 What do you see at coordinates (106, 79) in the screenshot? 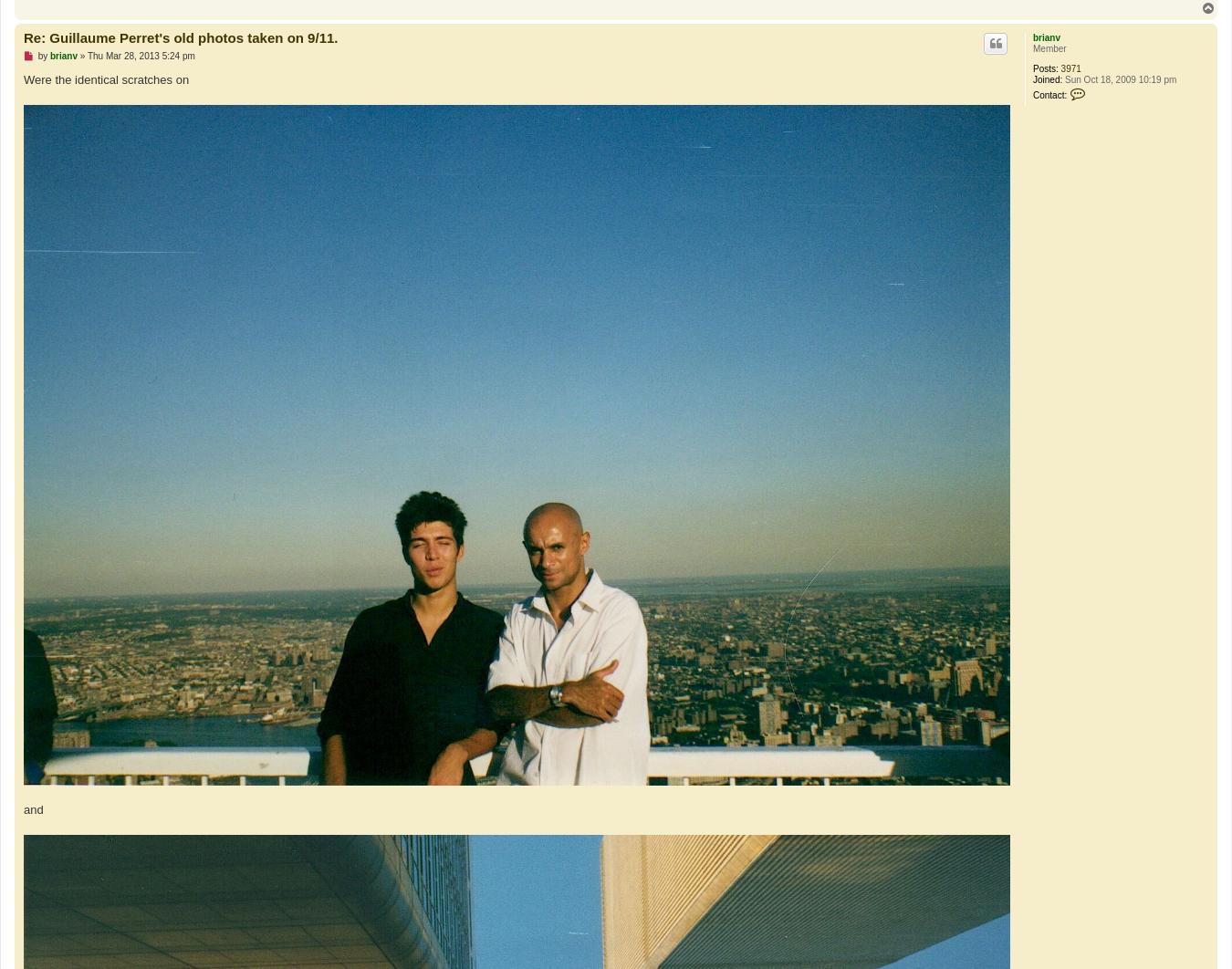
I see `'Were the identical scratches on'` at bounding box center [106, 79].